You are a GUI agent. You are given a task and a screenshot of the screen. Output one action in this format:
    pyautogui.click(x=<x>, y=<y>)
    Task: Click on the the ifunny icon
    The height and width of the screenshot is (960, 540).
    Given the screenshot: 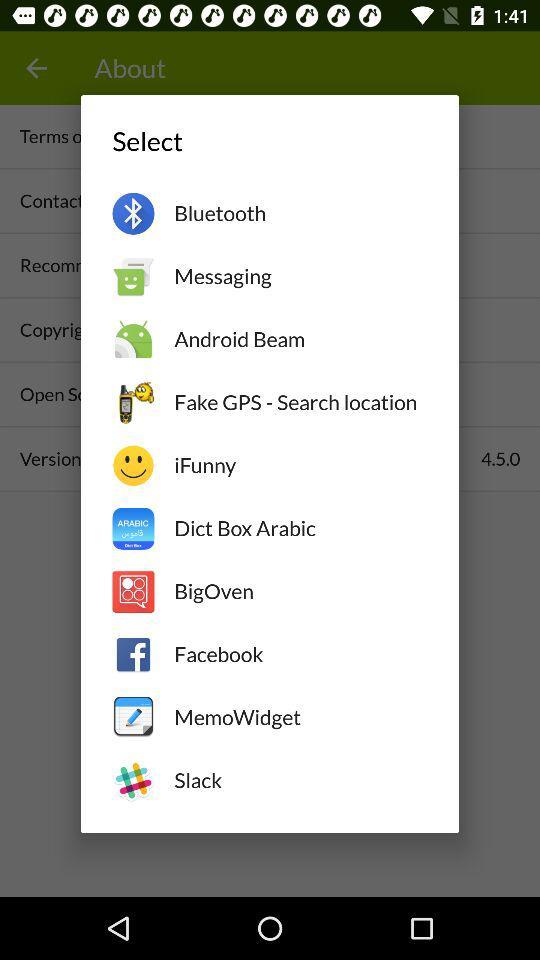 What is the action you would take?
    pyautogui.click(x=299, y=465)
    